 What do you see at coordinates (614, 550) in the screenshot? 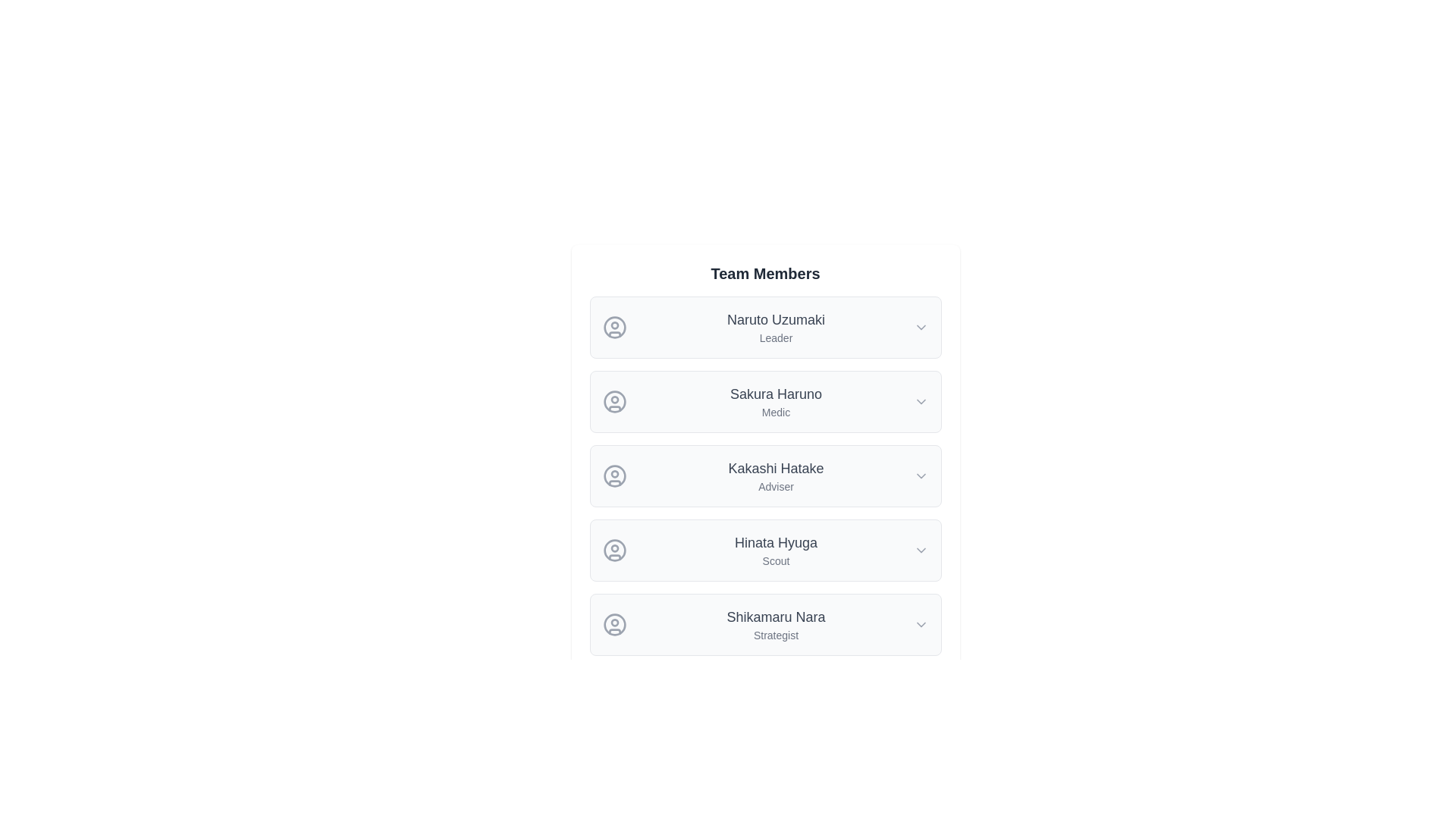
I see `the circular user icon with a gray outline located to the left of the text 'Hinata Hyuga' in the user card labeled 'Scout'` at bounding box center [614, 550].